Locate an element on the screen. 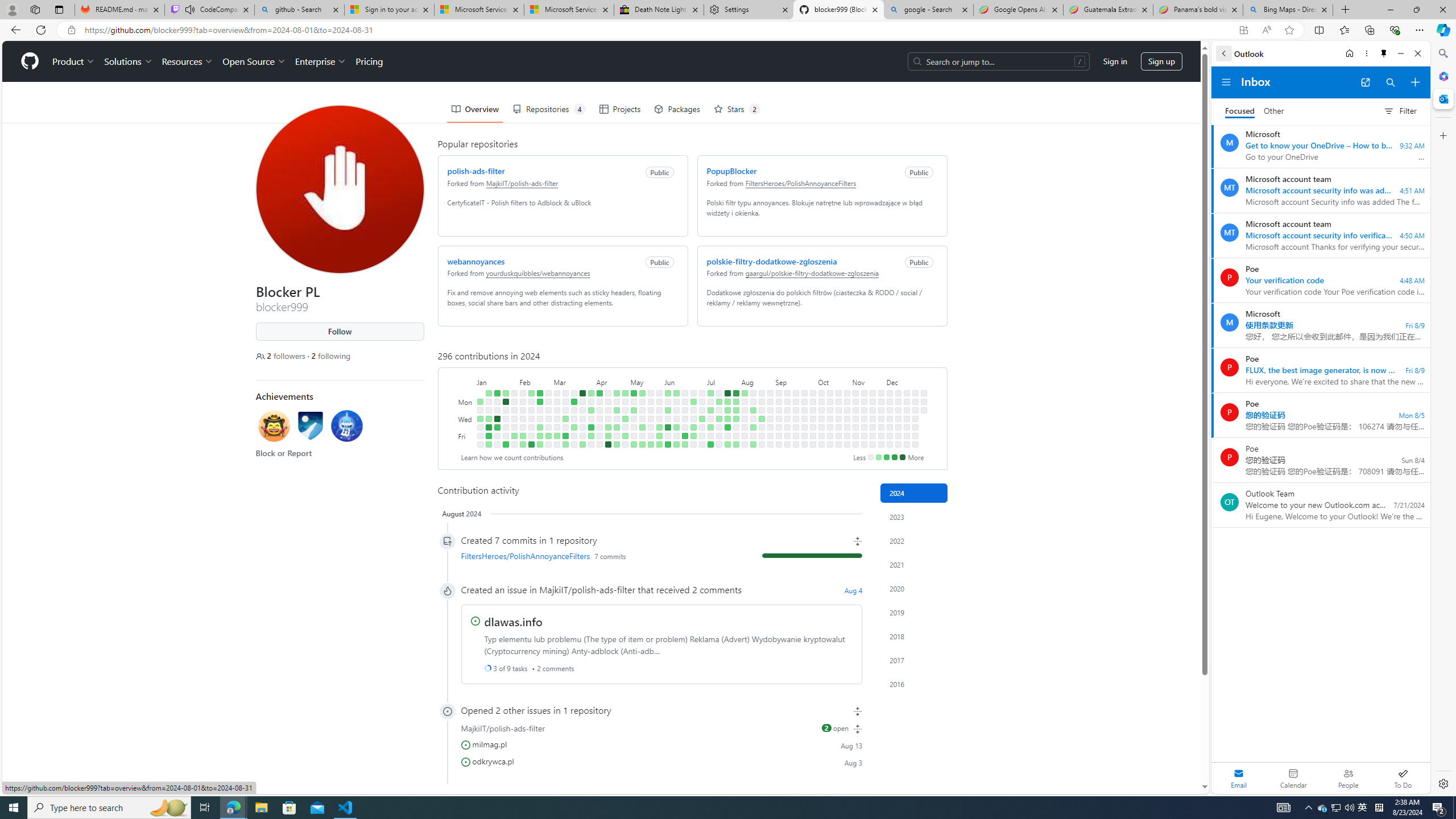 The width and height of the screenshot is (1456, 819). 'Achievement: Quickdraw' is located at coordinates (274, 427).